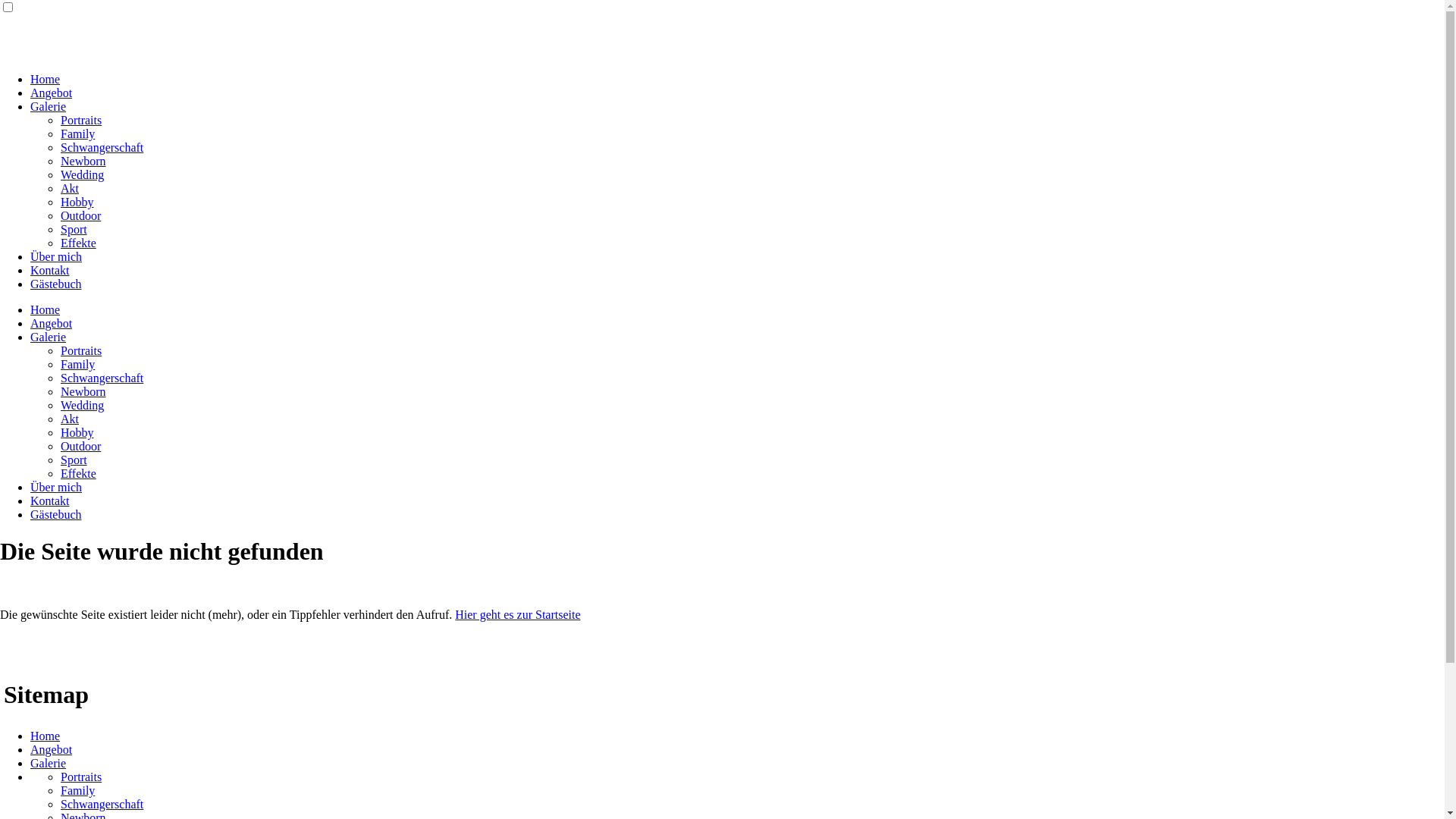 This screenshot has height=819, width=1456. Describe the element at coordinates (77, 364) in the screenshot. I see `'Family'` at that location.